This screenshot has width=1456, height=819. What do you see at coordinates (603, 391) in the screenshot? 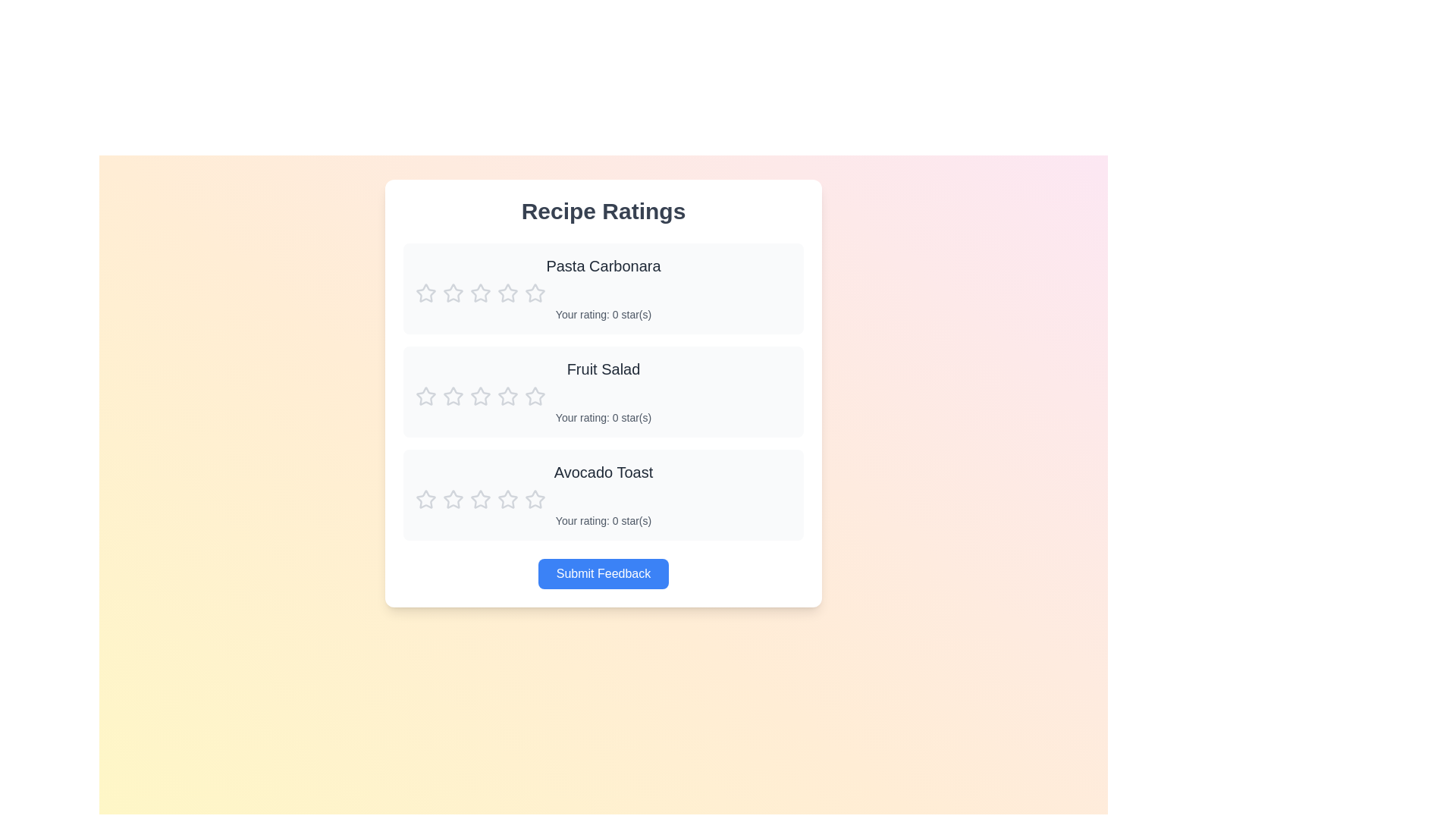
I see `a star icon in the Rating Component Block to rate the recipe 'Fruit Salad', which is the second item in a vertical stack of recipe ratings` at bounding box center [603, 391].